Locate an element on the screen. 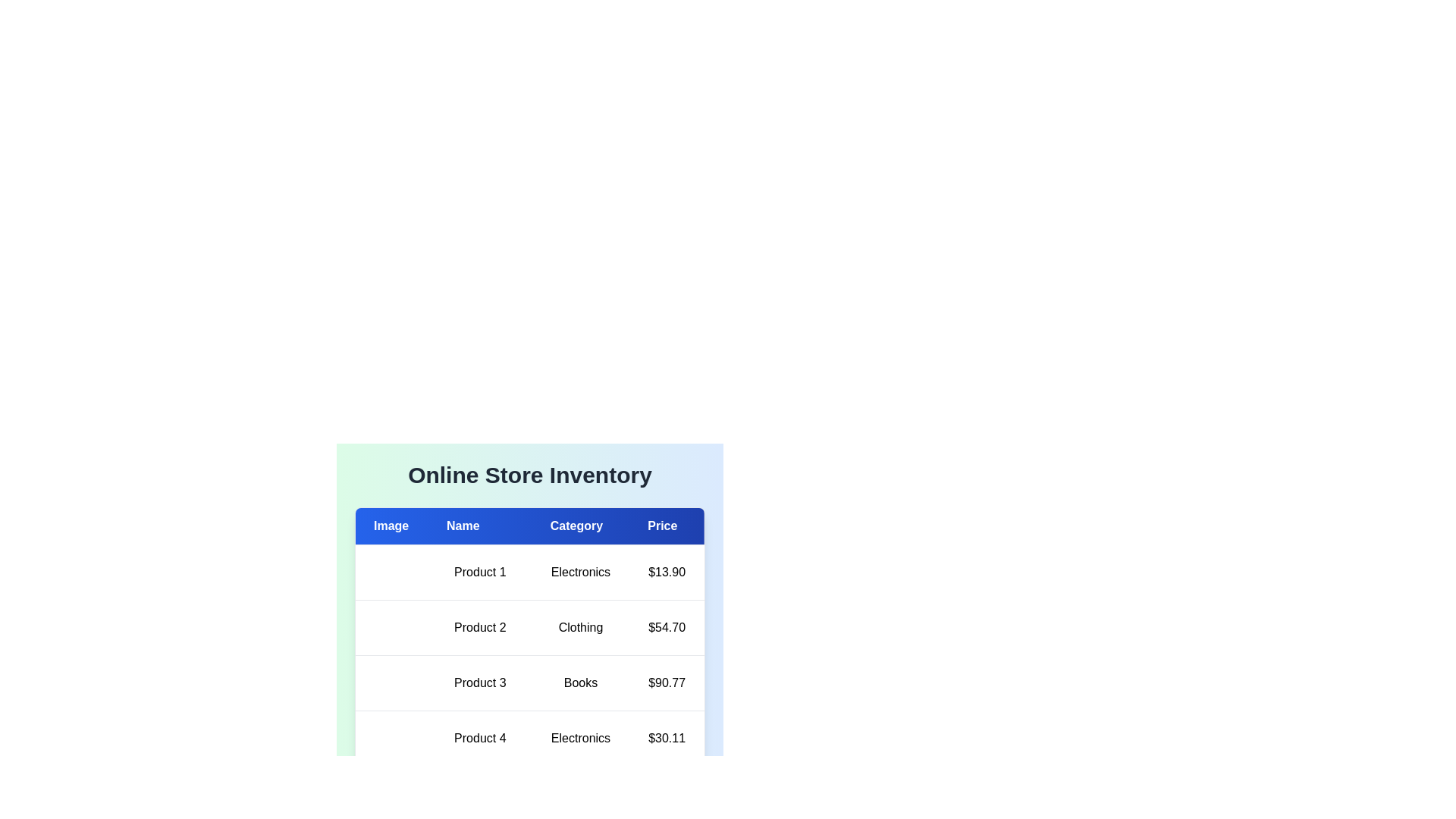  the column header to sort the table by Category is located at coordinates (580, 526).